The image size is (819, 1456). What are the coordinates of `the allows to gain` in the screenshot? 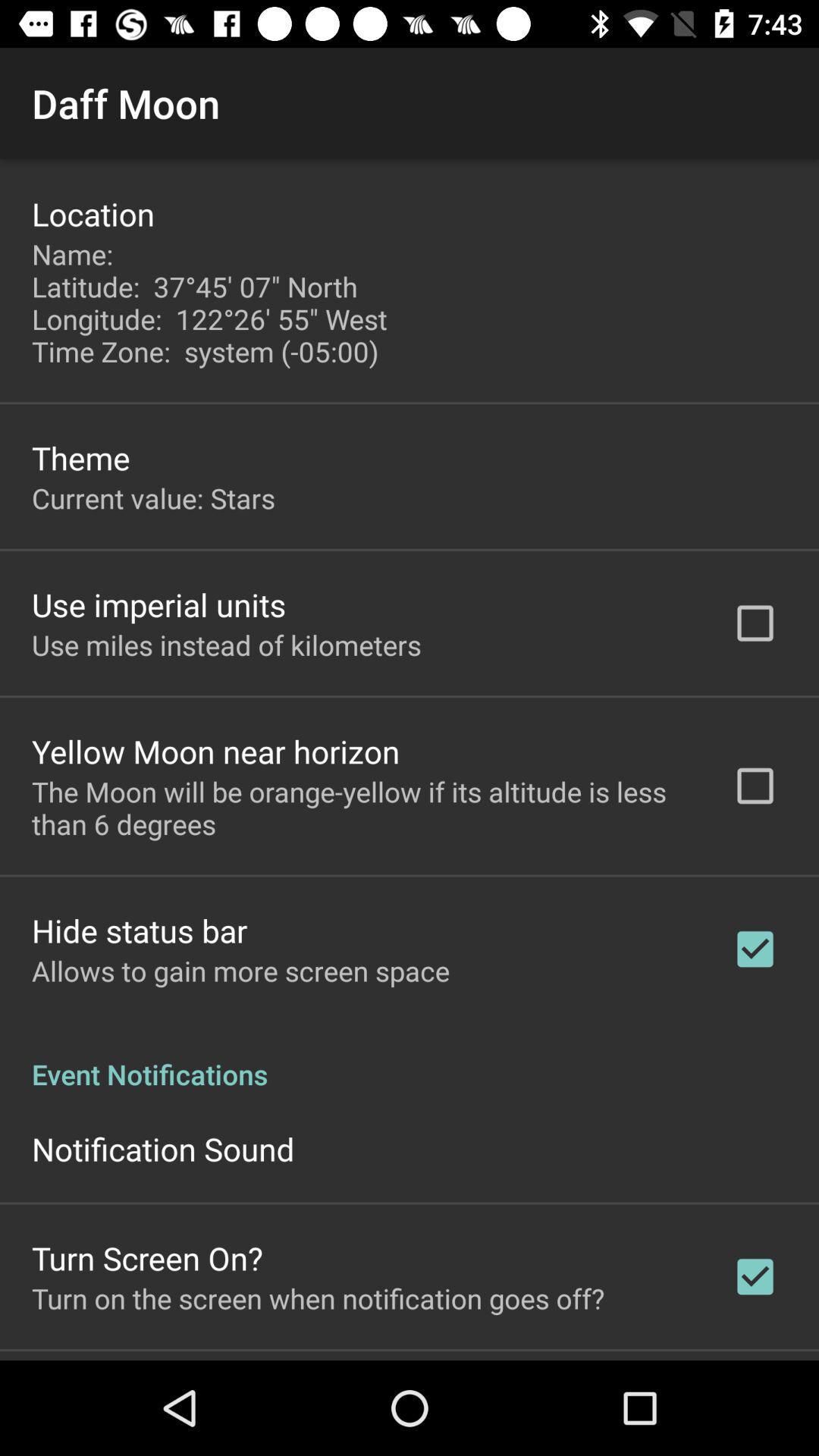 It's located at (240, 971).